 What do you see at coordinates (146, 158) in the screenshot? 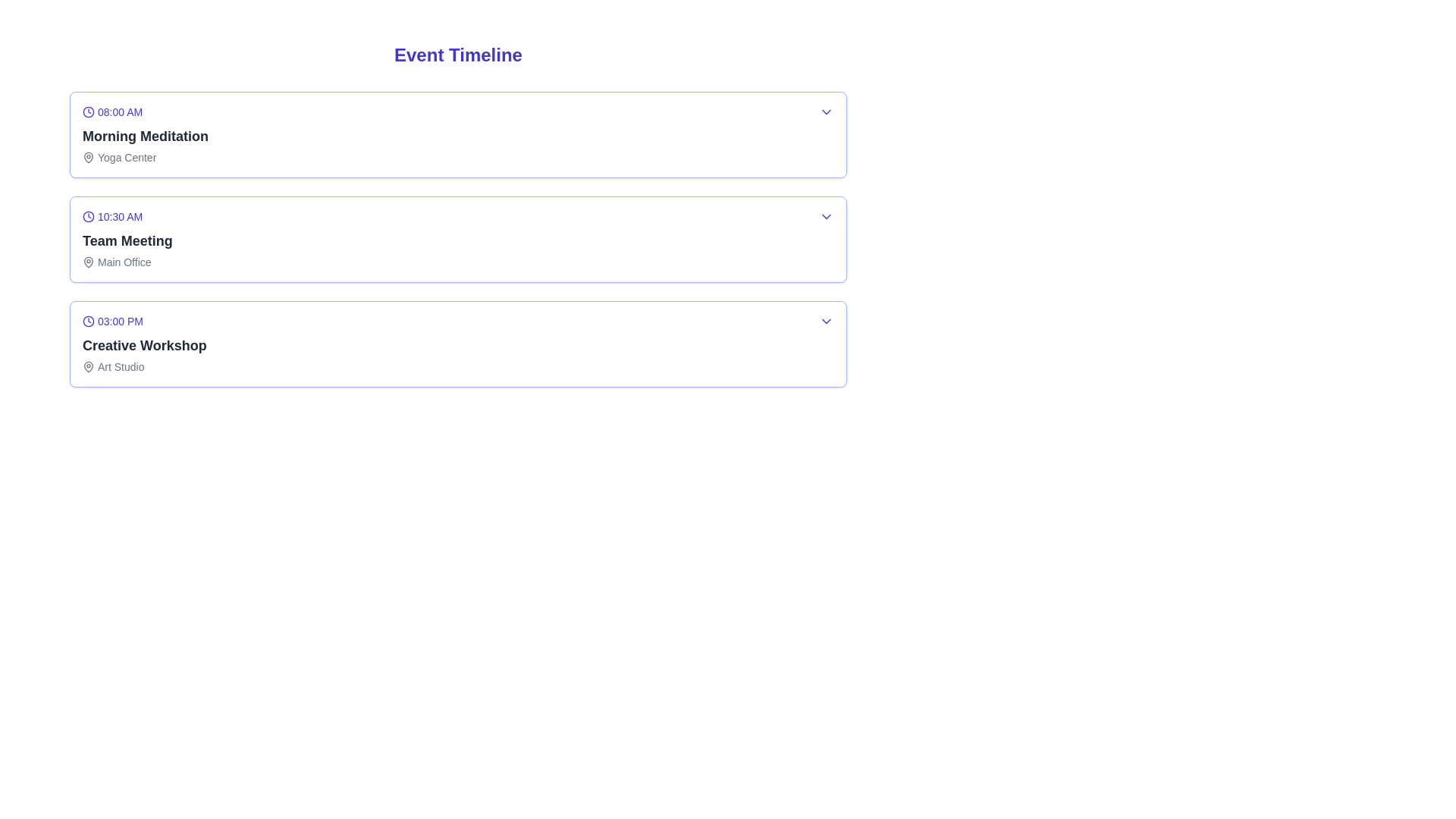
I see `the text label displaying 'Yoga Center', which is styled with a smaller font size and light gray color, located to the right of a pin icon and below the event title 'Morning Meditation'` at bounding box center [146, 158].